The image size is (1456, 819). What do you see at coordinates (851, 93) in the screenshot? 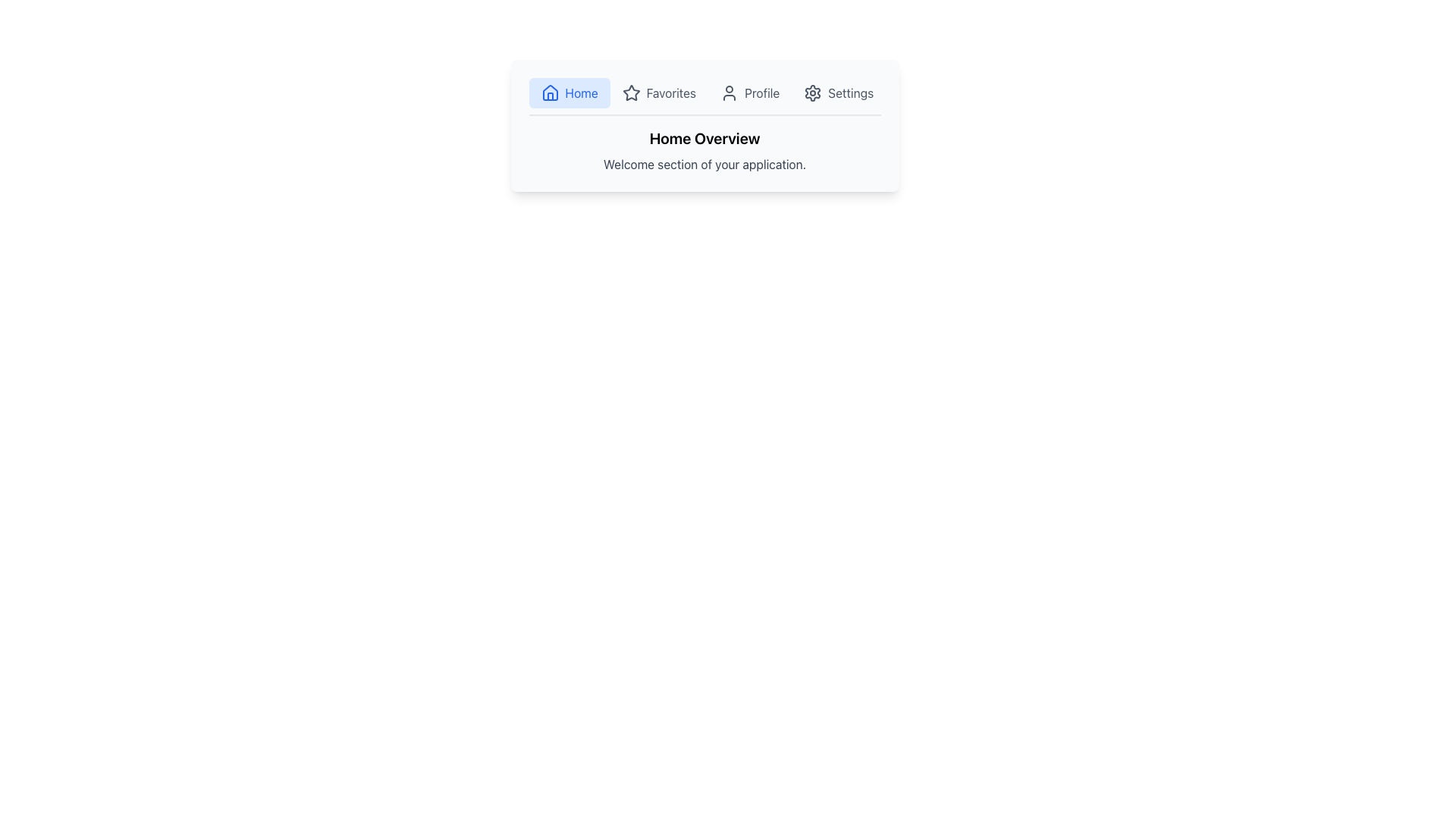
I see `the 'Settings' text label located in the navigation bar, which is the fourth item from the left` at bounding box center [851, 93].